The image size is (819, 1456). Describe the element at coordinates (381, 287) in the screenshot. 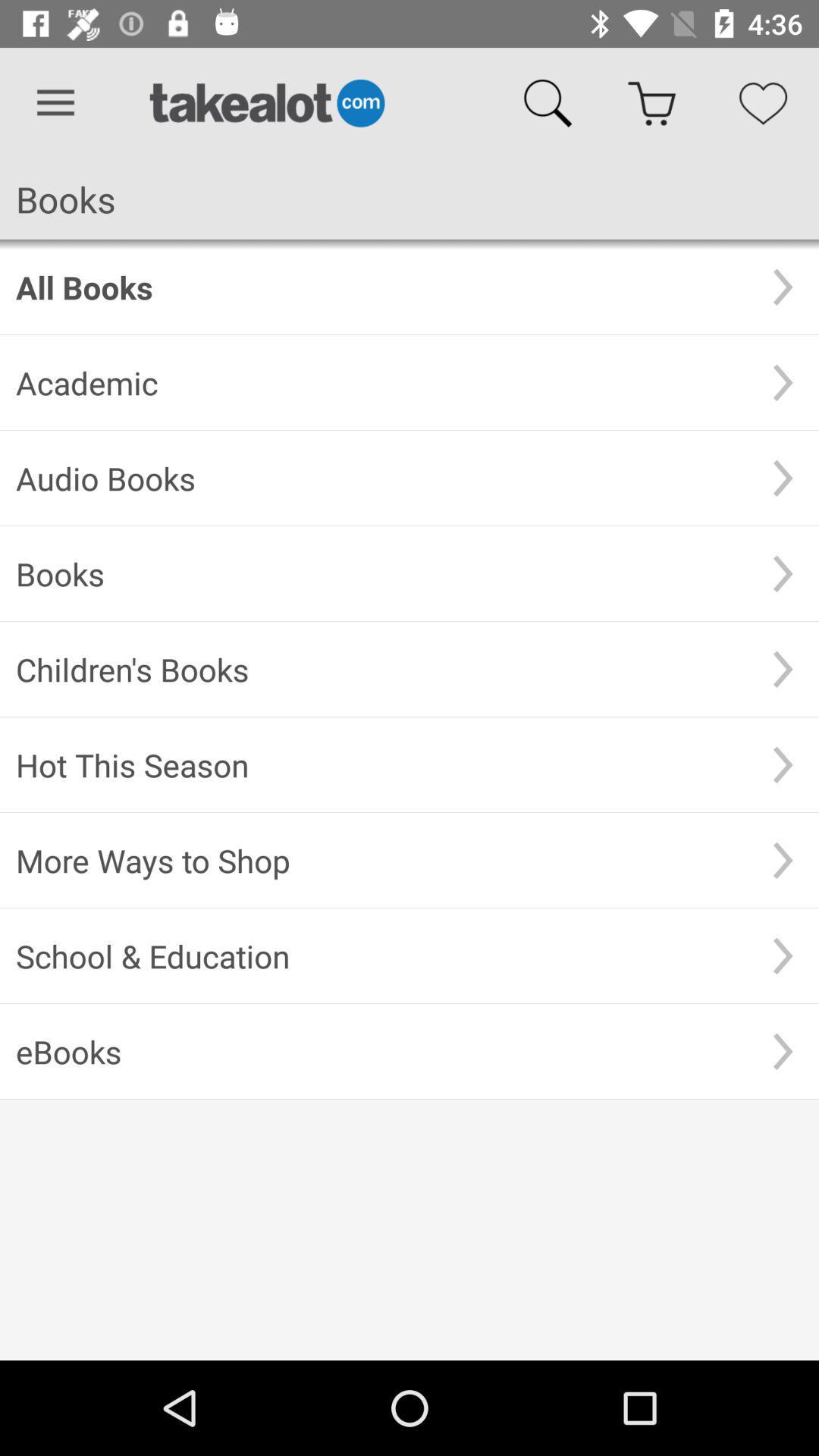

I see `the icon above academic item` at that location.